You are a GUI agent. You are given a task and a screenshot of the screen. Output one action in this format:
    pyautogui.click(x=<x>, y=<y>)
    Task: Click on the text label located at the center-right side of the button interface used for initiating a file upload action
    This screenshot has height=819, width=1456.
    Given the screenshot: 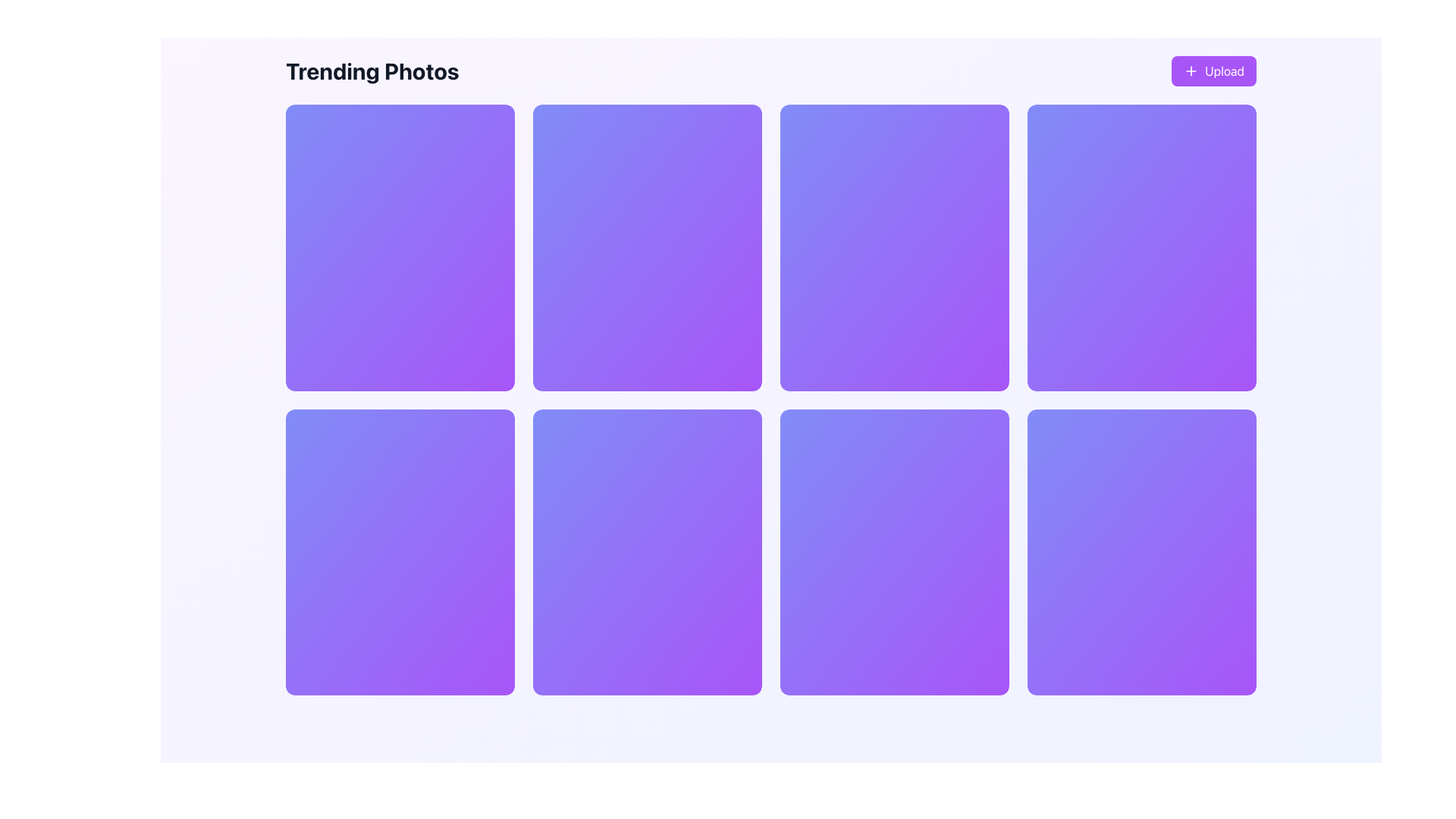 What is the action you would take?
    pyautogui.click(x=1225, y=71)
    